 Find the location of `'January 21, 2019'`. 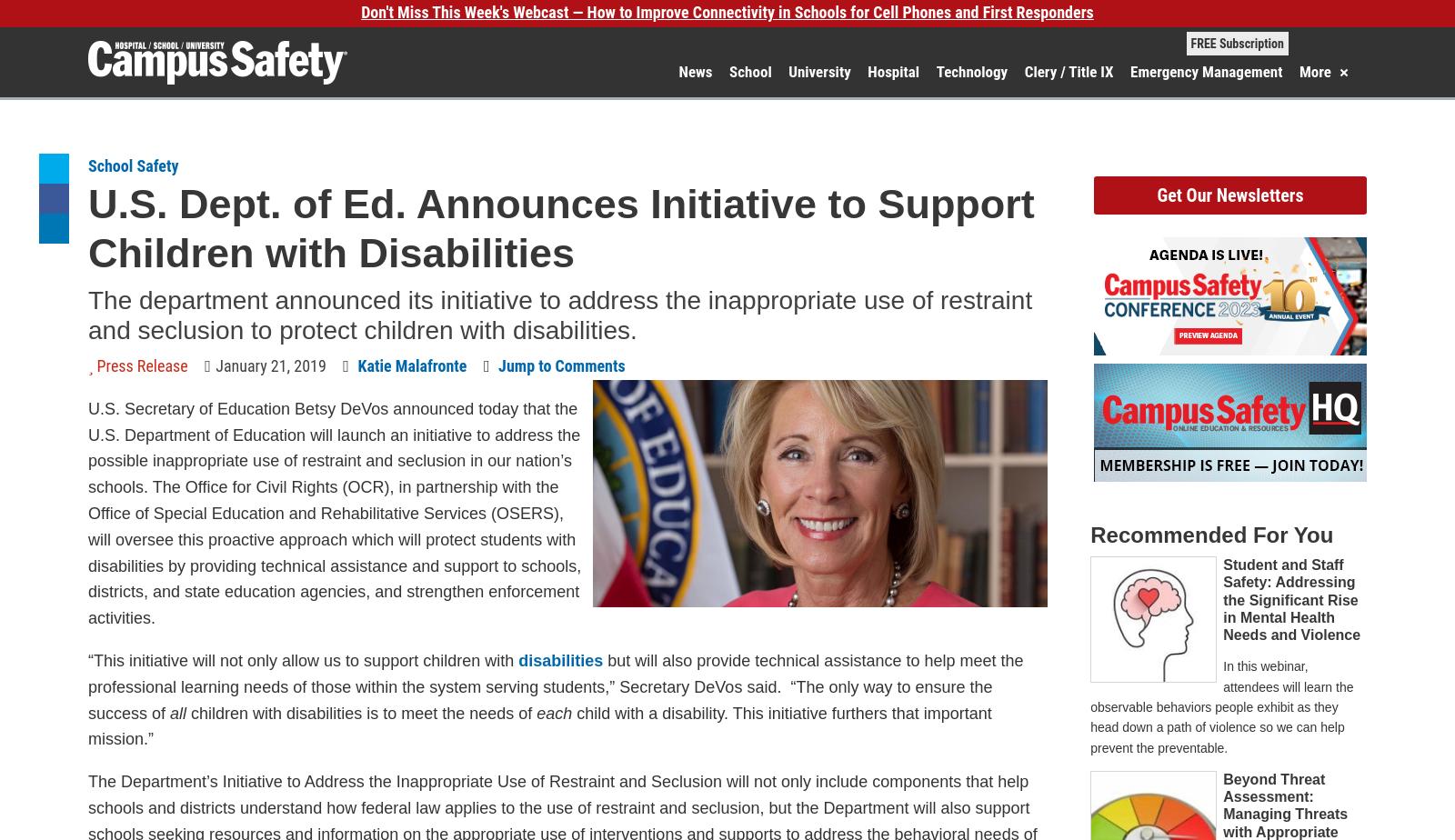

'January 21, 2019' is located at coordinates (270, 365).